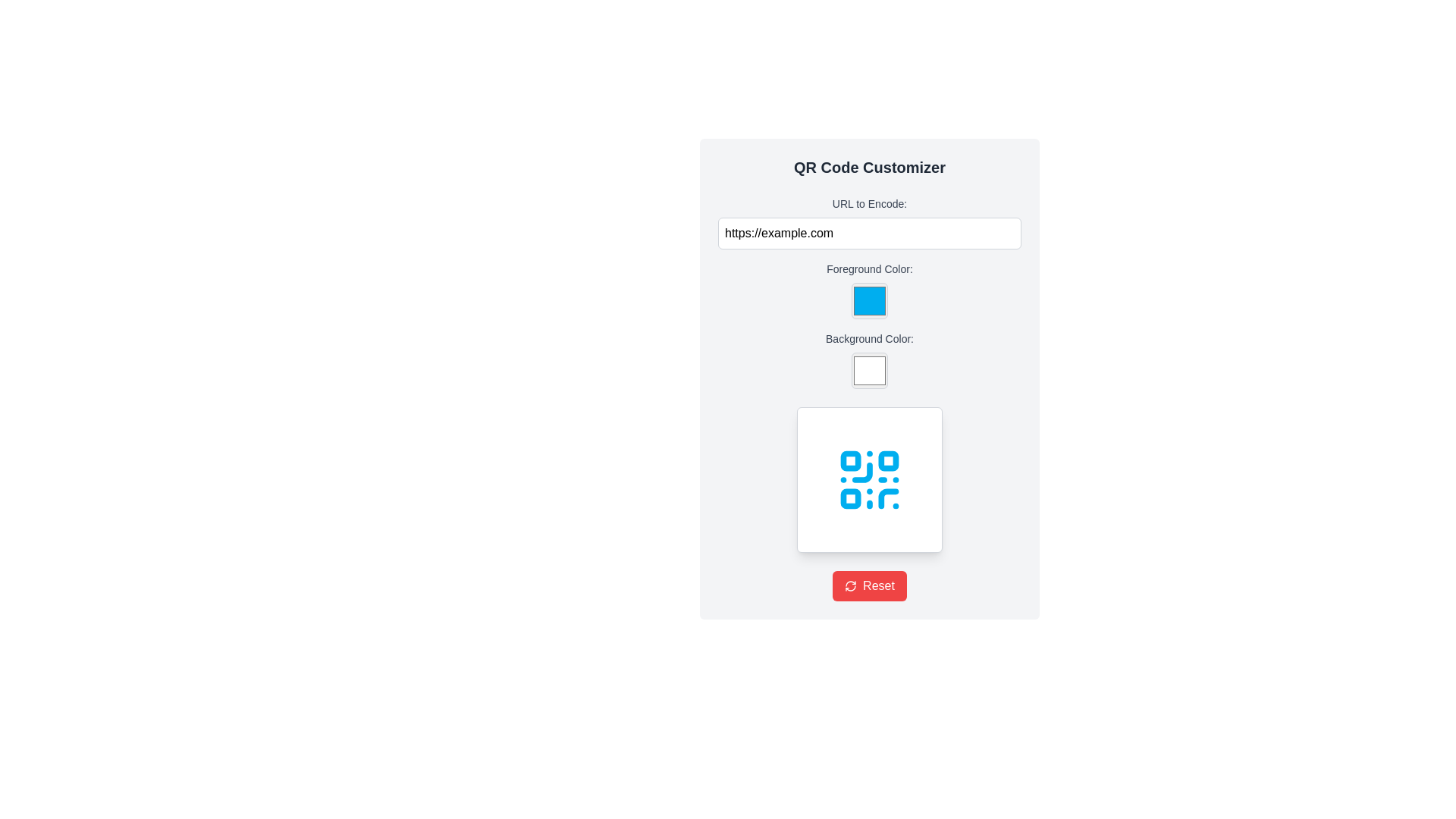  What do you see at coordinates (870, 167) in the screenshot?
I see `the 'QR Code Customizer' text label, which is a bold, prominent heading at the top of the section, styled in dark gray and located above input fields` at bounding box center [870, 167].